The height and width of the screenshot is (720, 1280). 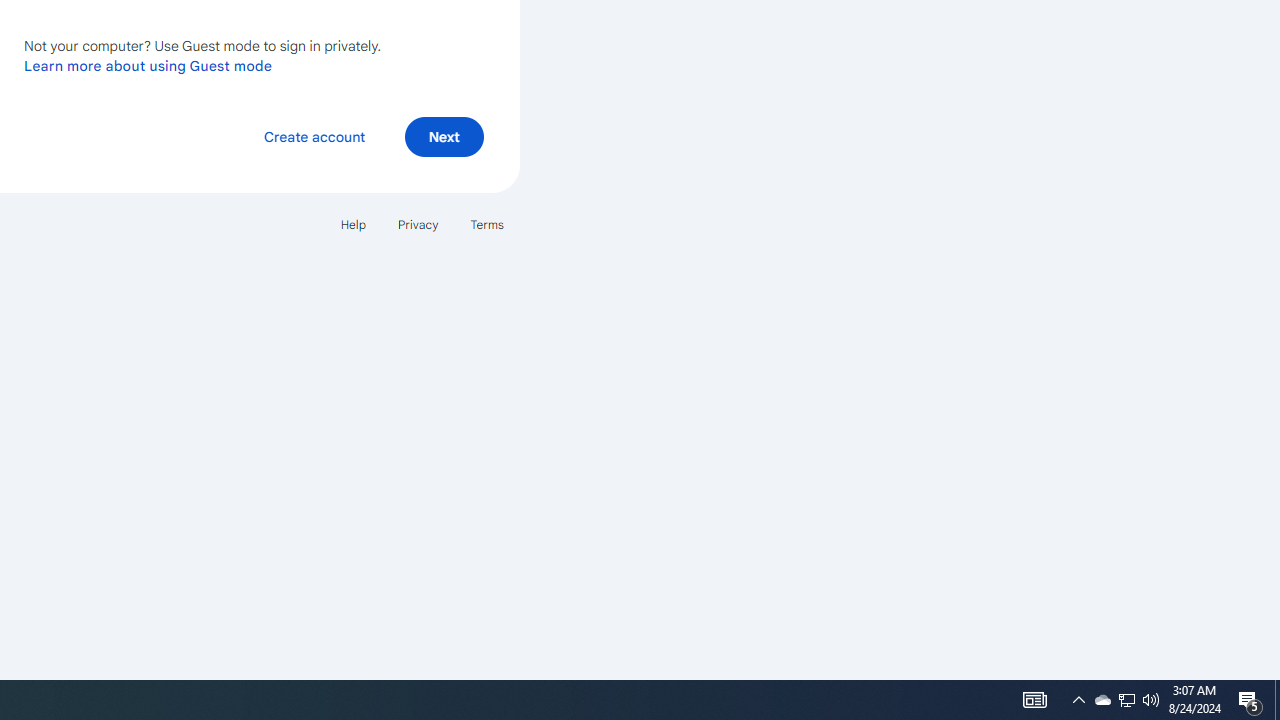 What do you see at coordinates (313, 135) in the screenshot?
I see `'Create account'` at bounding box center [313, 135].